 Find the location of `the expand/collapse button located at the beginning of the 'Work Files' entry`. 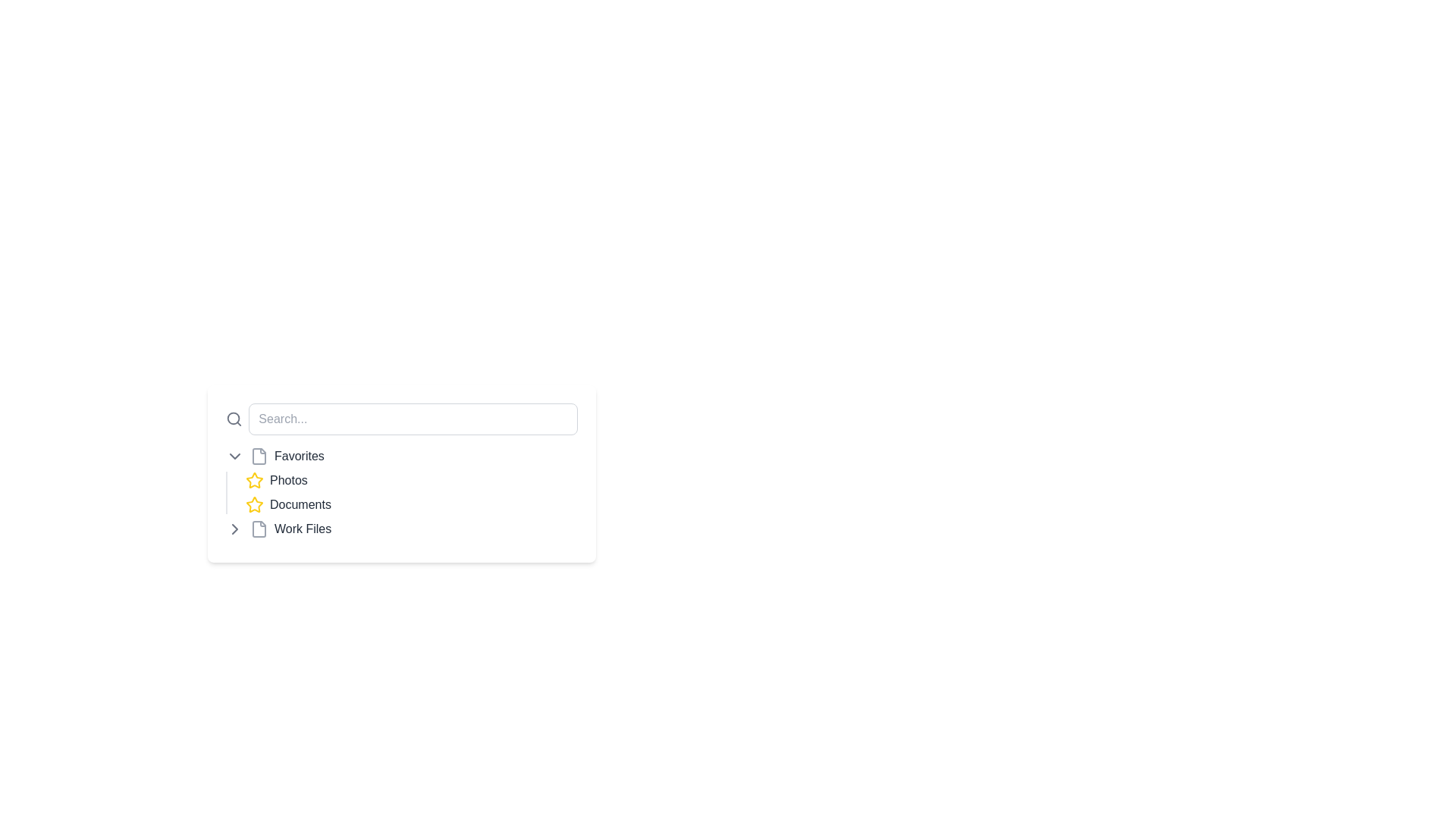

the expand/collapse button located at the beginning of the 'Work Files' entry is located at coordinates (234, 529).